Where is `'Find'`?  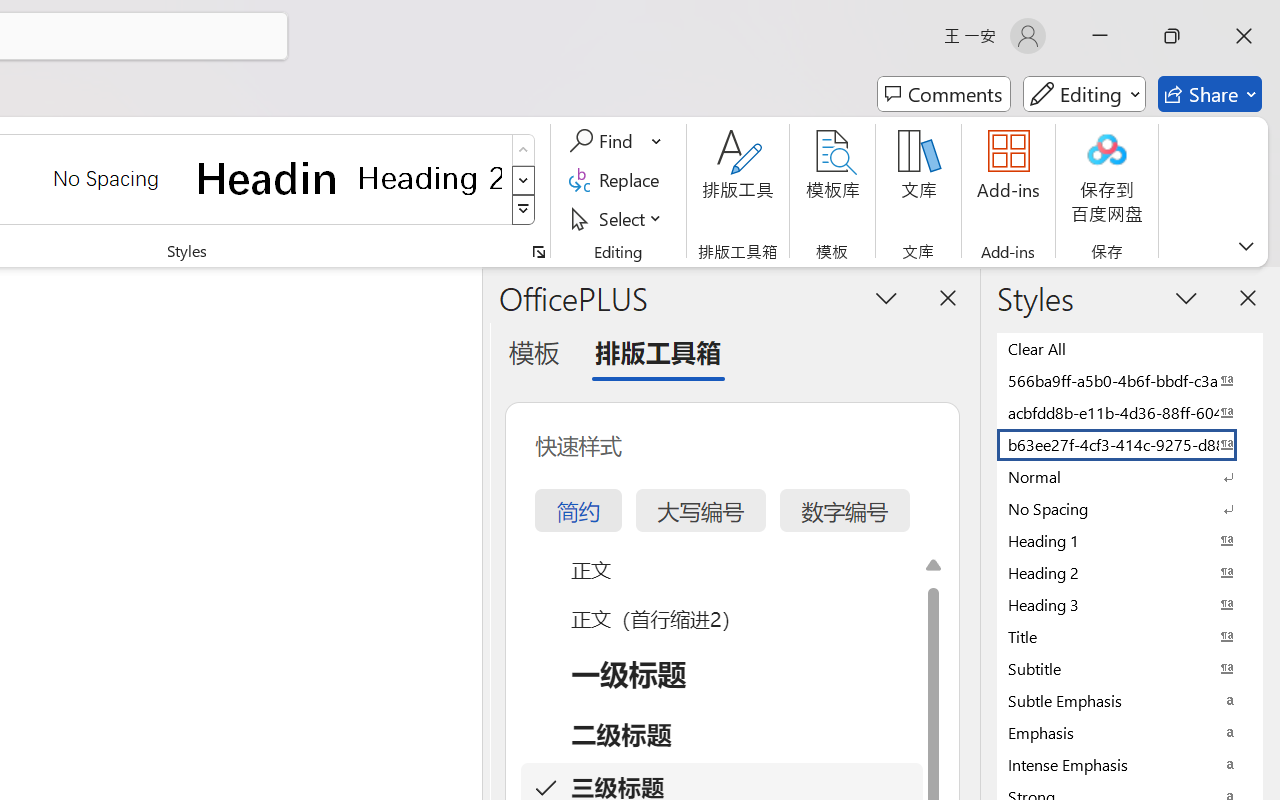 'Find' is located at coordinates (615, 141).